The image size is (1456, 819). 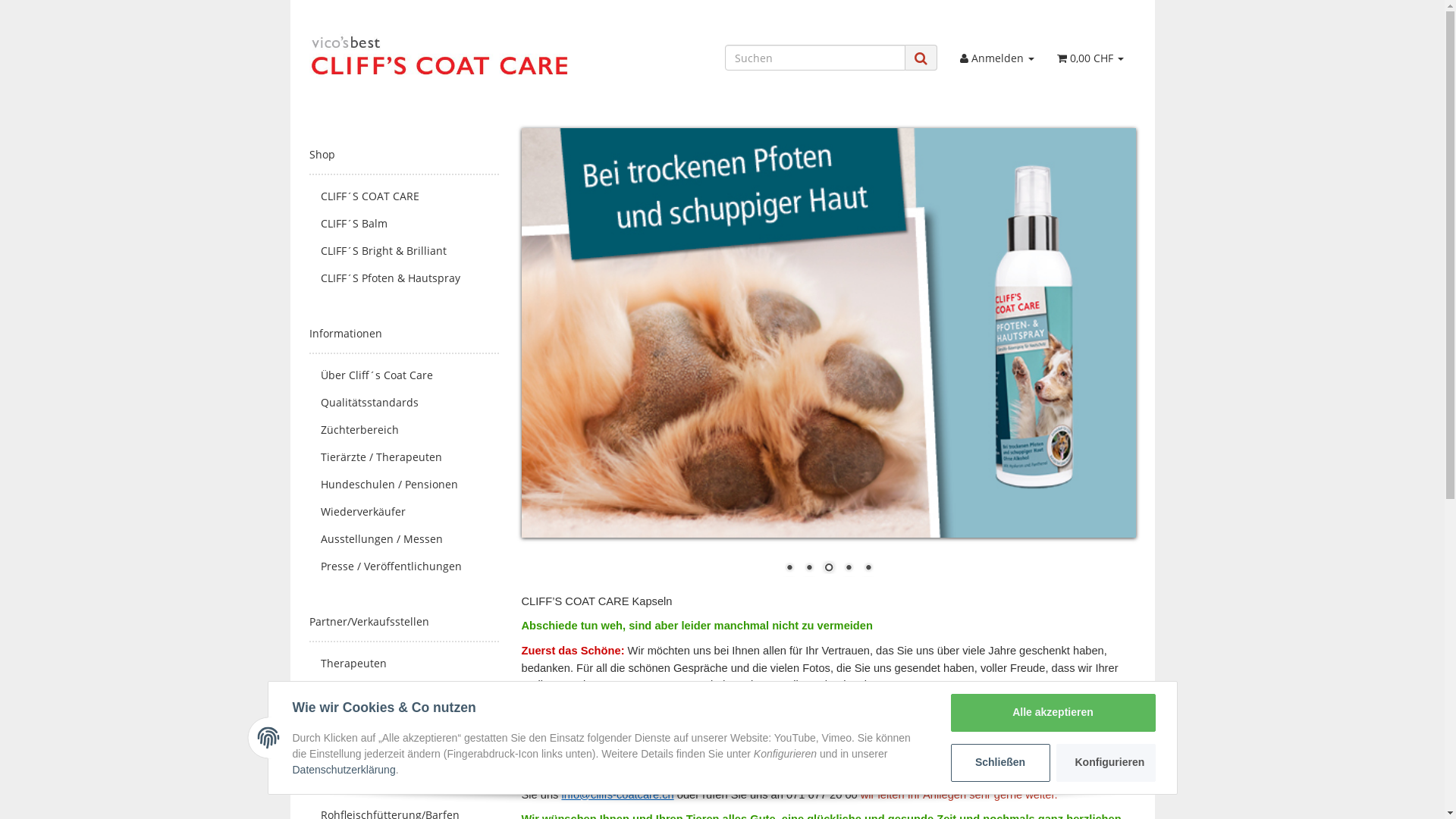 What do you see at coordinates (997, 58) in the screenshot?
I see `'Anmelden'` at bounding box center [997, 58].